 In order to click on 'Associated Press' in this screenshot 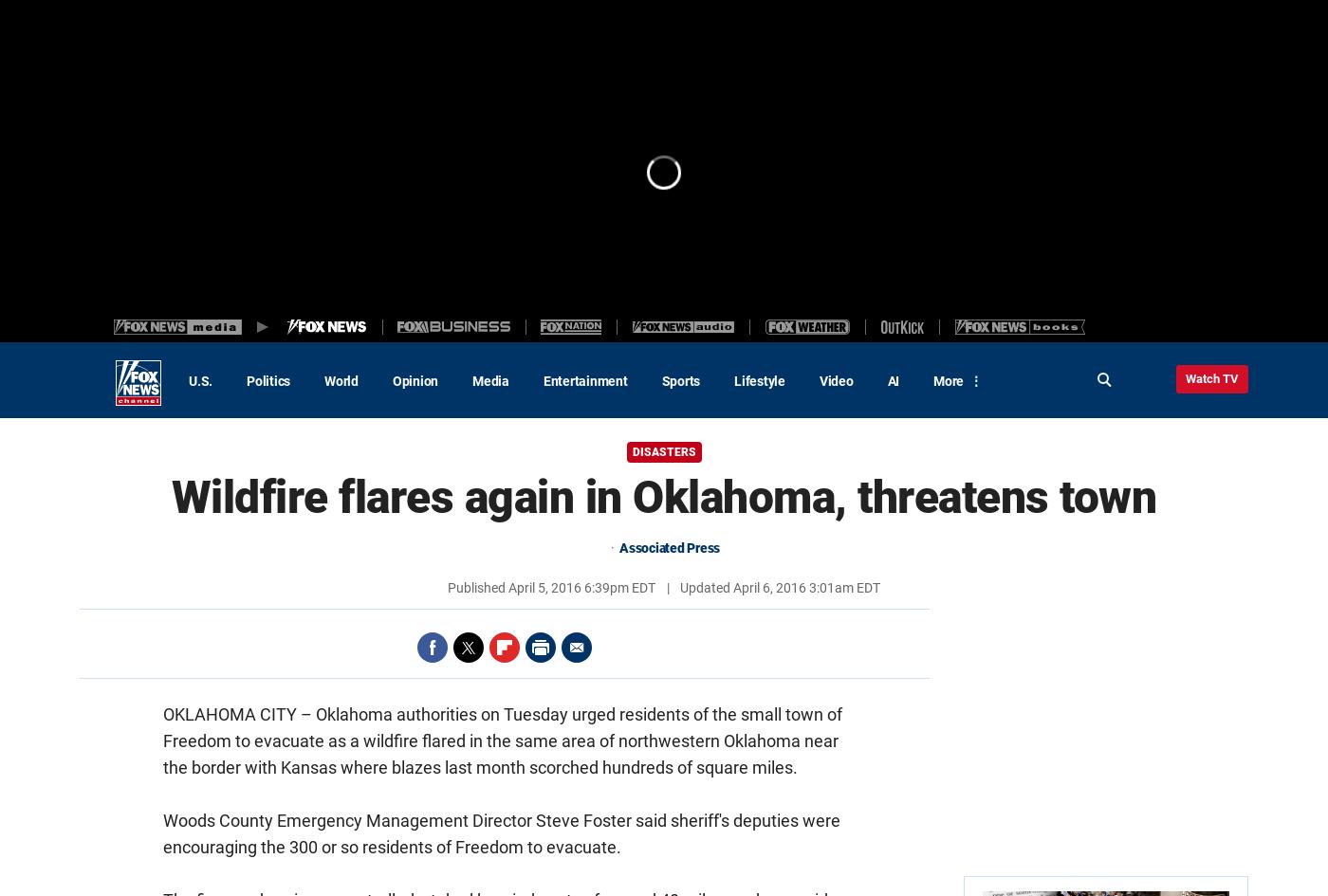, I will do `click(670, 547)`.